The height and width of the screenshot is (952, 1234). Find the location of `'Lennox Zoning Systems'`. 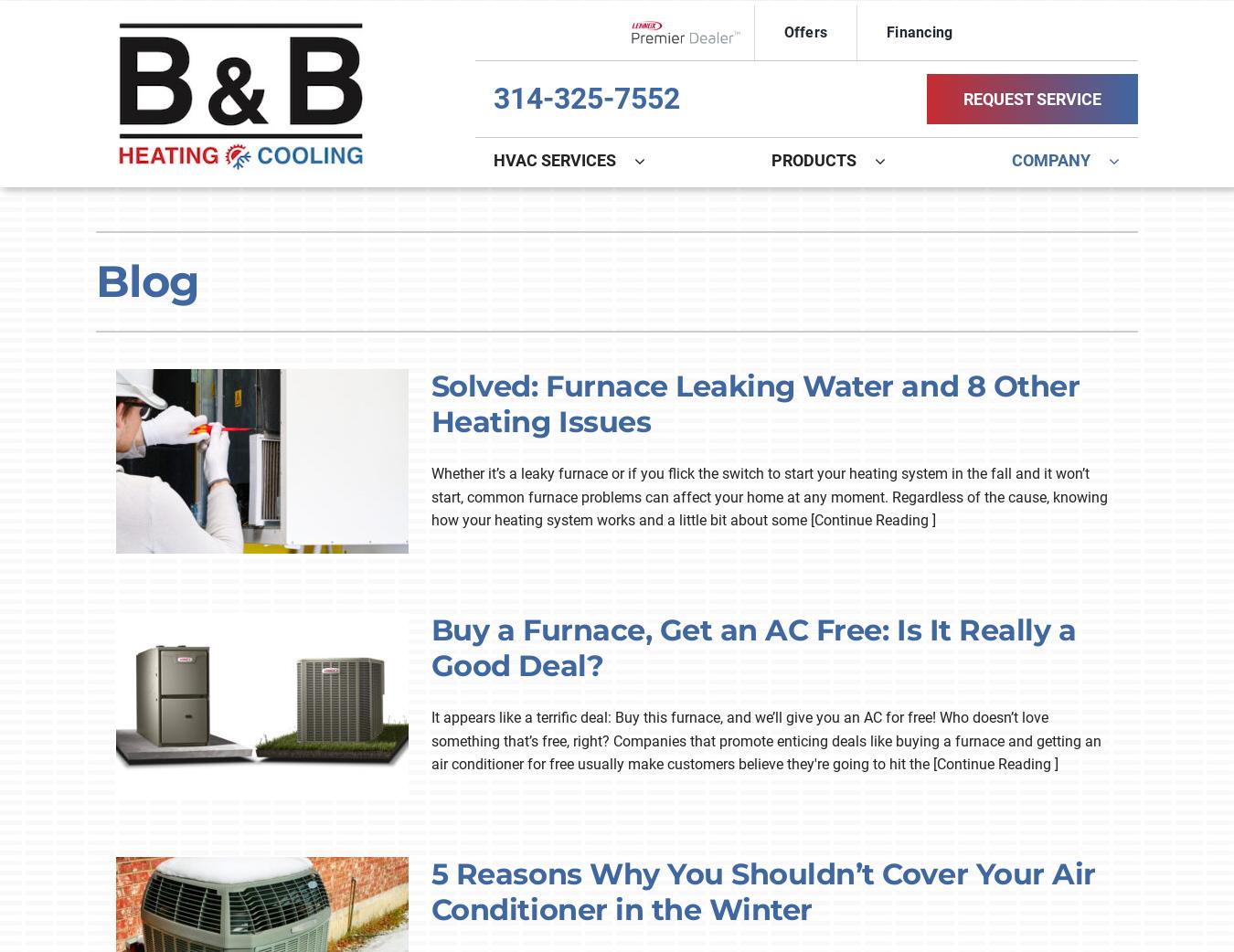

'Lennox Zoning Systems' is located at coordinates (886, 292).